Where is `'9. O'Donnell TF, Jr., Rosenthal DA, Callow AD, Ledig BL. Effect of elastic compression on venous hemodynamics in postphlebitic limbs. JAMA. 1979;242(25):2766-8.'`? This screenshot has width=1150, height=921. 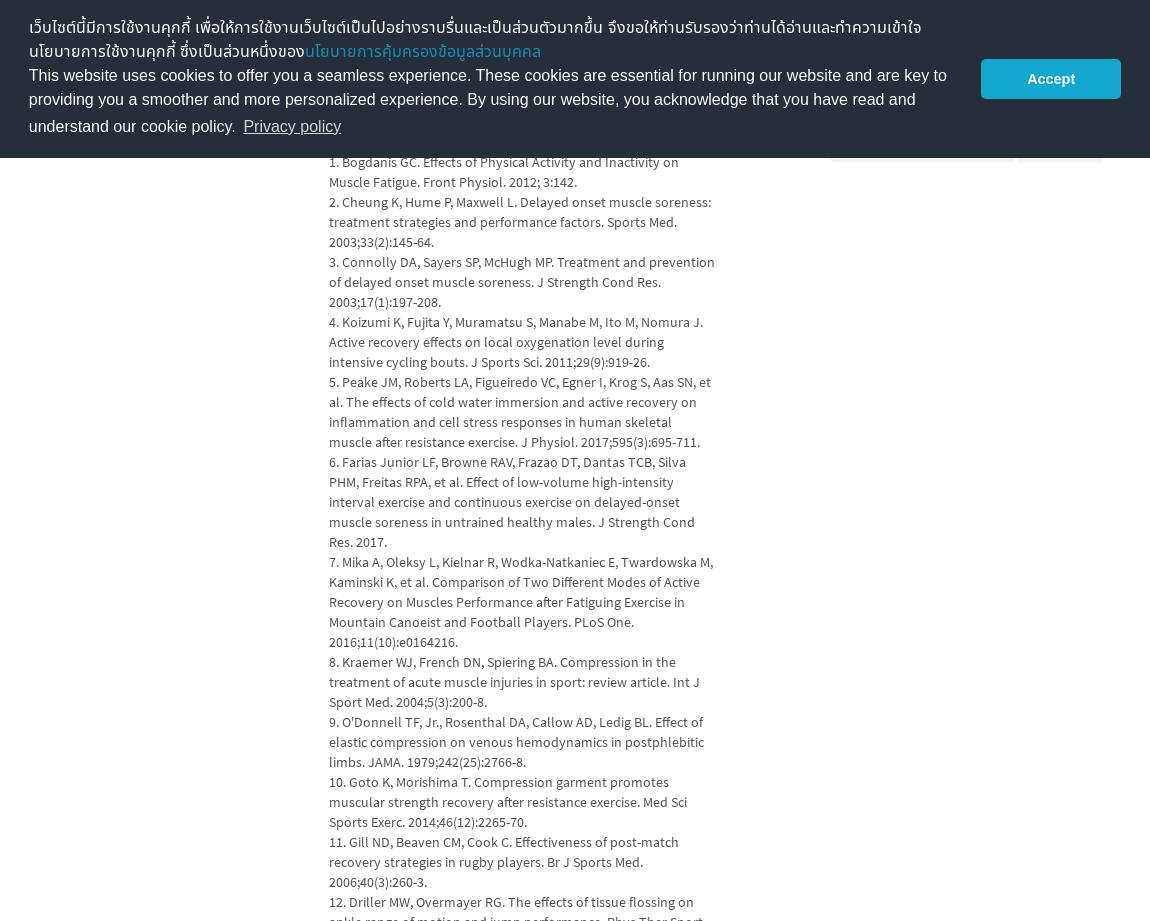
'9. O'Donnell TF, Jr., Rosenthal DA, Callow AD, Ledig BL. Effect of elastic compression on venous hemodynamics in postphlebitic limbs. JAMA. 1979;242(25):2766-8.' is located at coordinates (515, 741).